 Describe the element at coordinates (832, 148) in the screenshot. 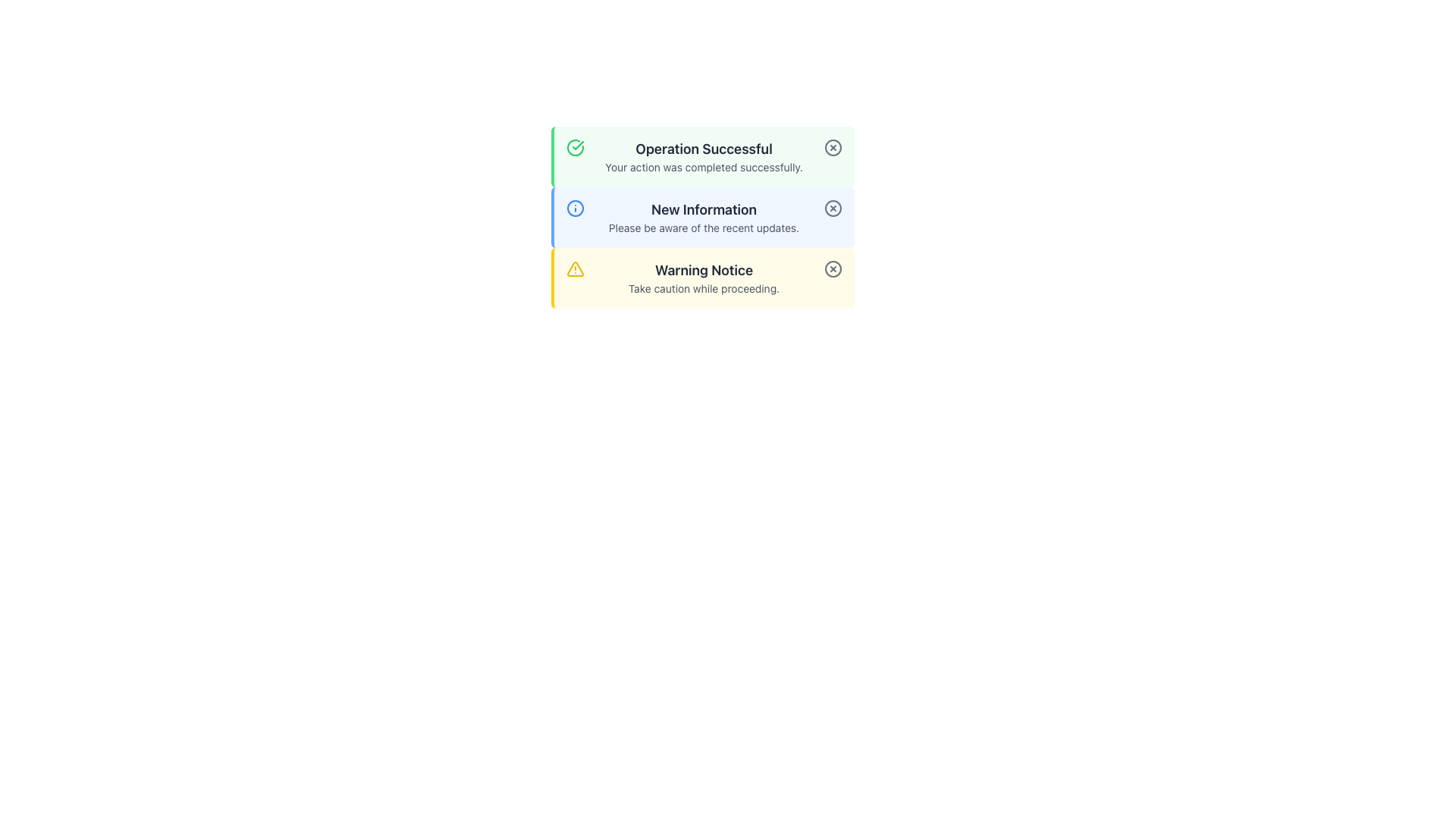

I see `the circular close button in the topmost 'Operation Successful' notification bar` at that location.